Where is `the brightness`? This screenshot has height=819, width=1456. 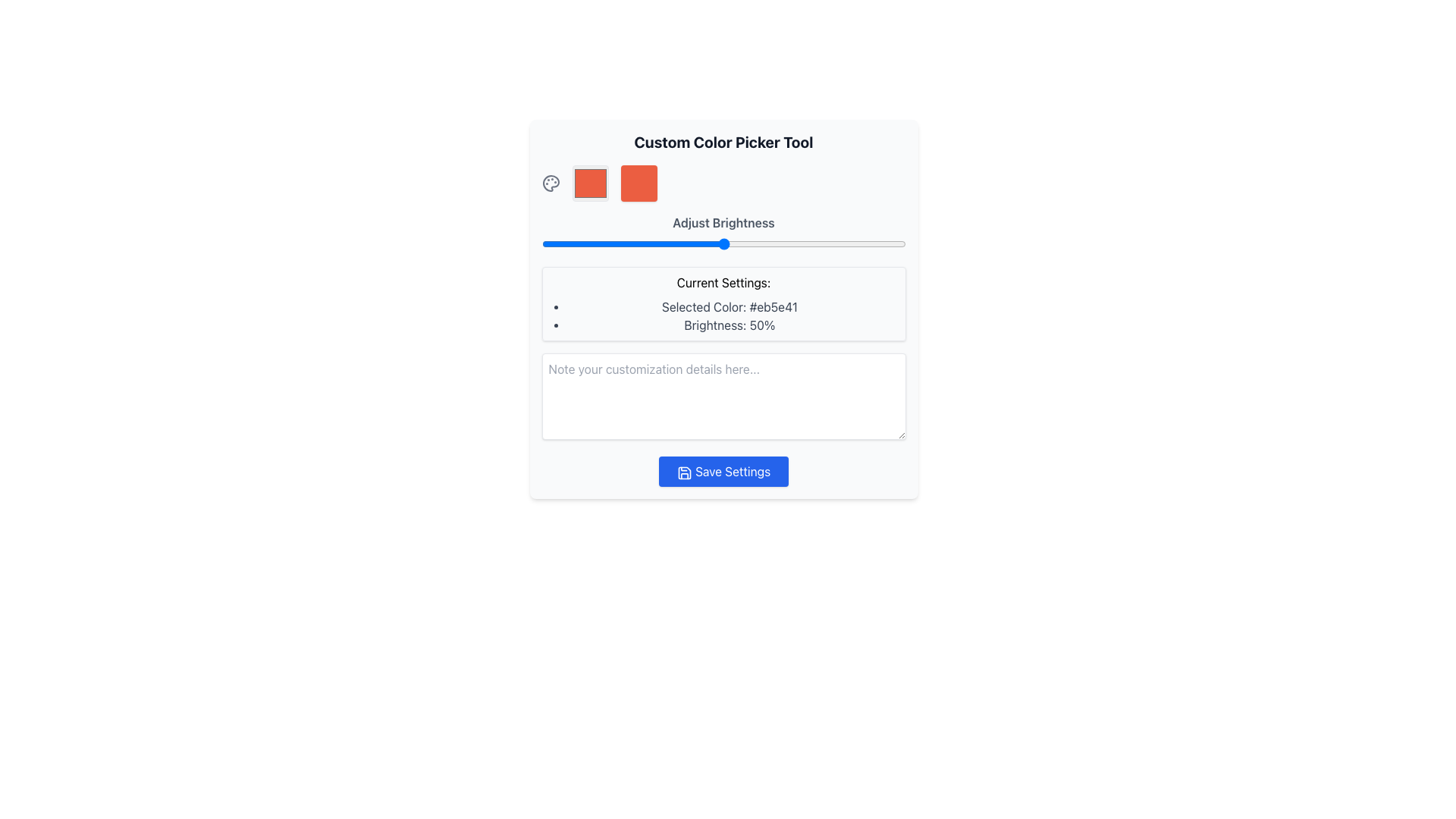
the brightness is located at coordinates (836, 243).